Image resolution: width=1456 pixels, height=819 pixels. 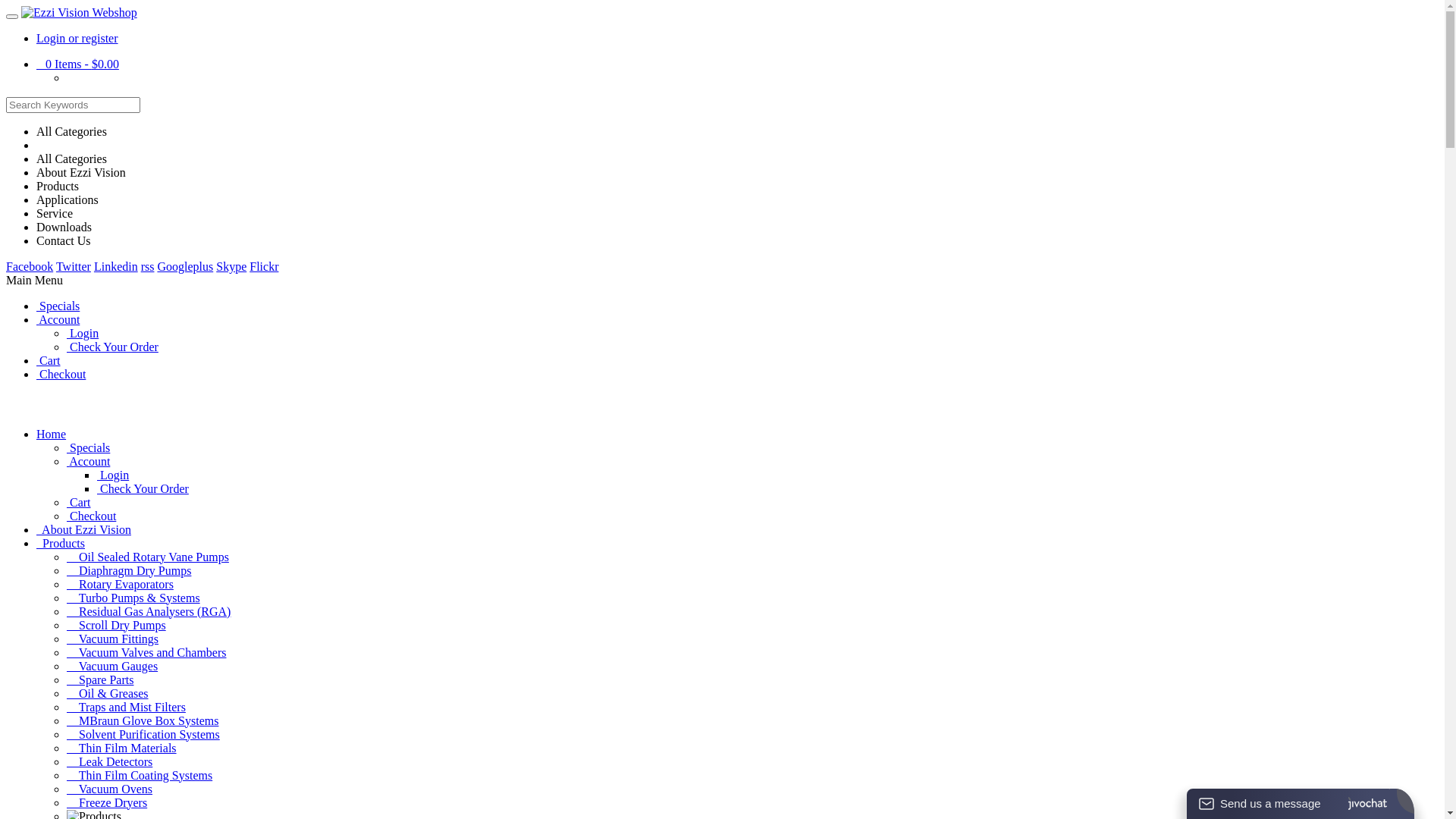 I want to click on '    Turbo Pumps & Systems', so click(x=133, y=597).